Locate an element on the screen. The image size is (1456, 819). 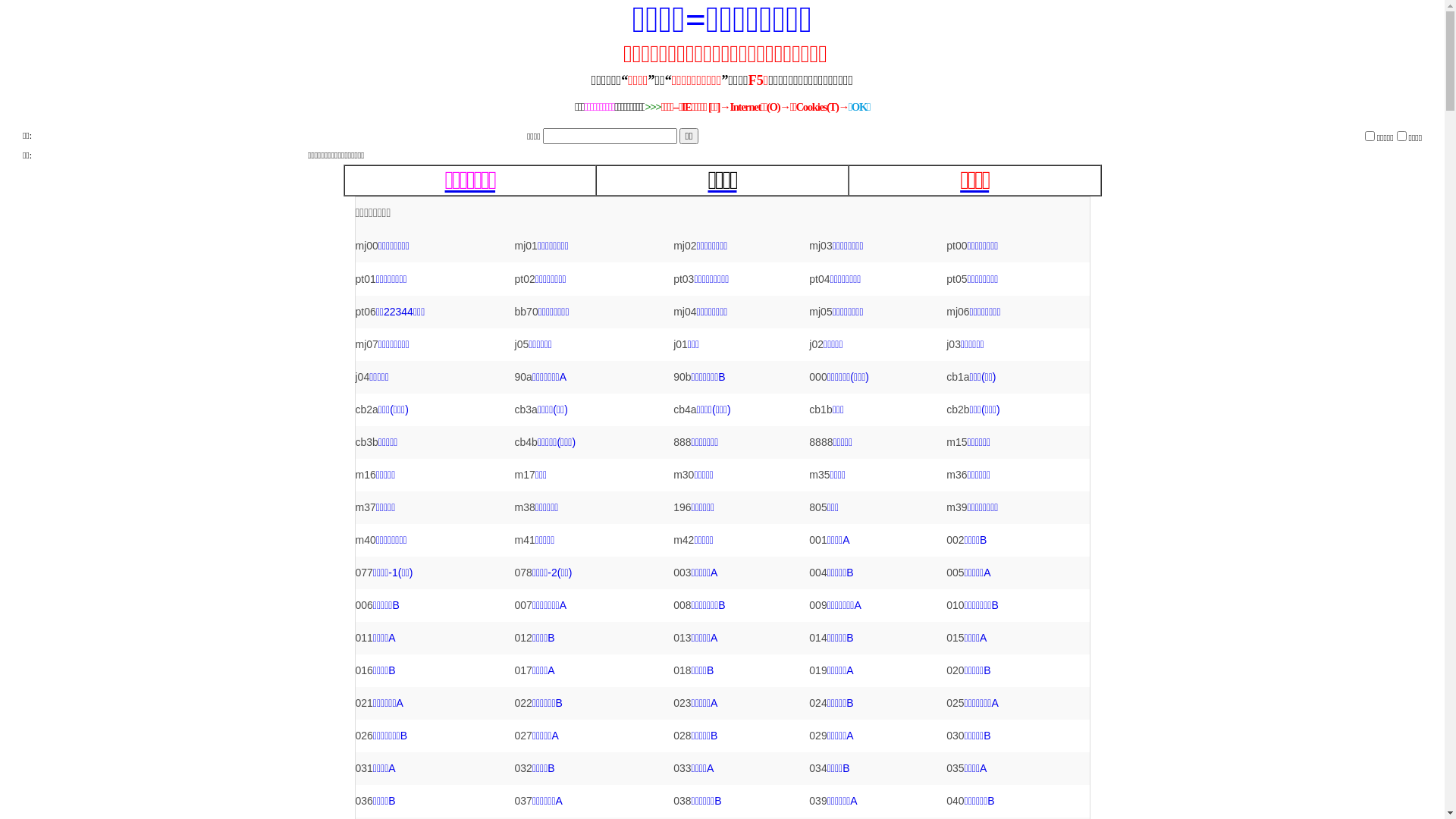
'pt03' is located at coordinates (673, 278).